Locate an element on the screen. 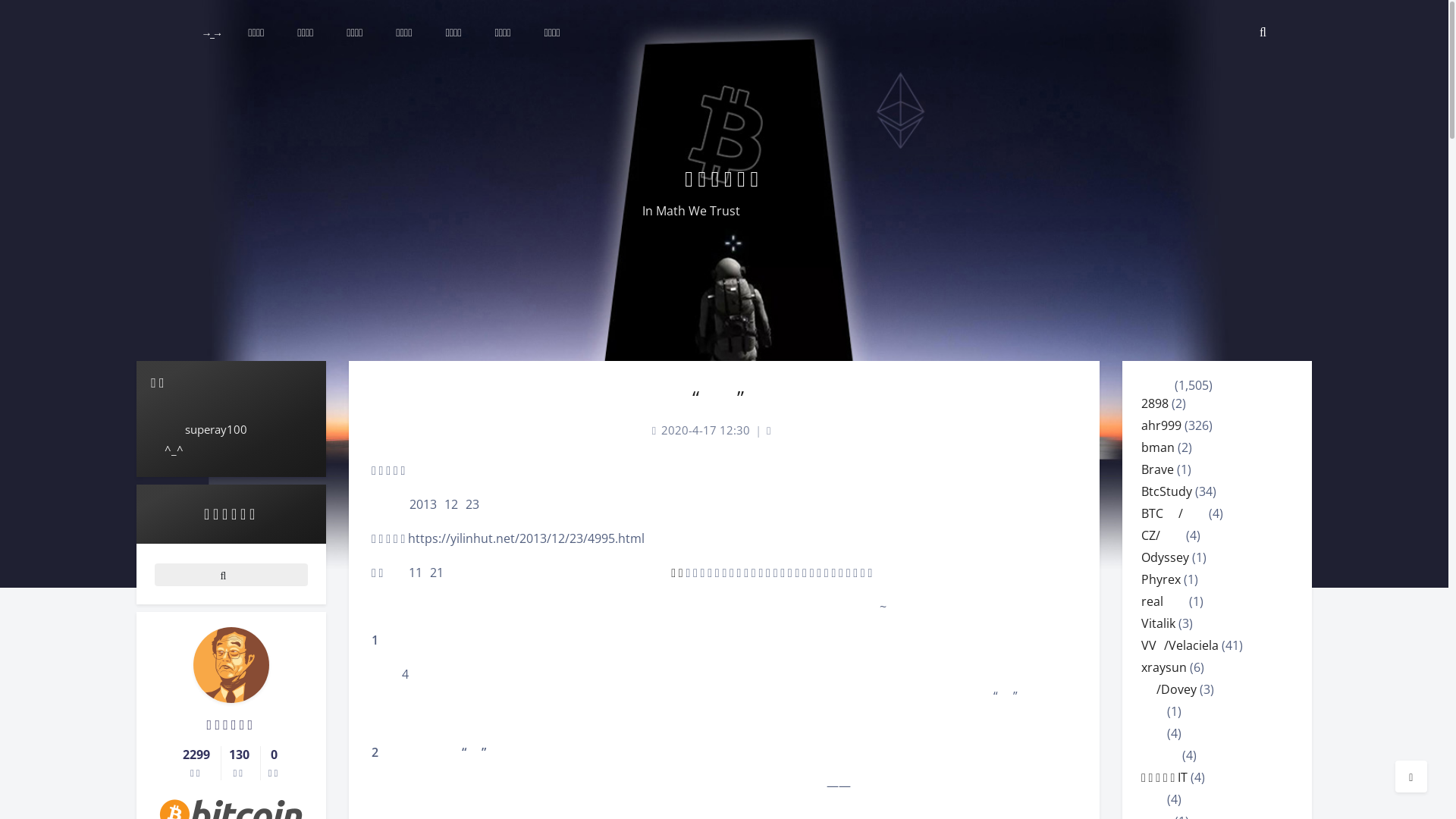  'Phyrex' is located at coordinates (1160, 579).